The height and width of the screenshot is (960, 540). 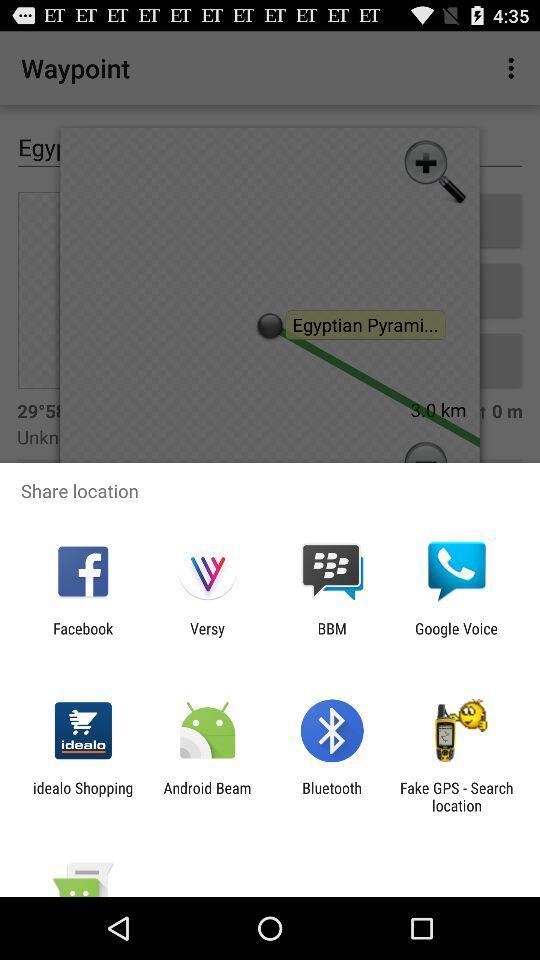 What do you see at coordinates (456, 796) in the screenshot?
I see `the app next to bluetooth app` at bounding box center [456, 796].